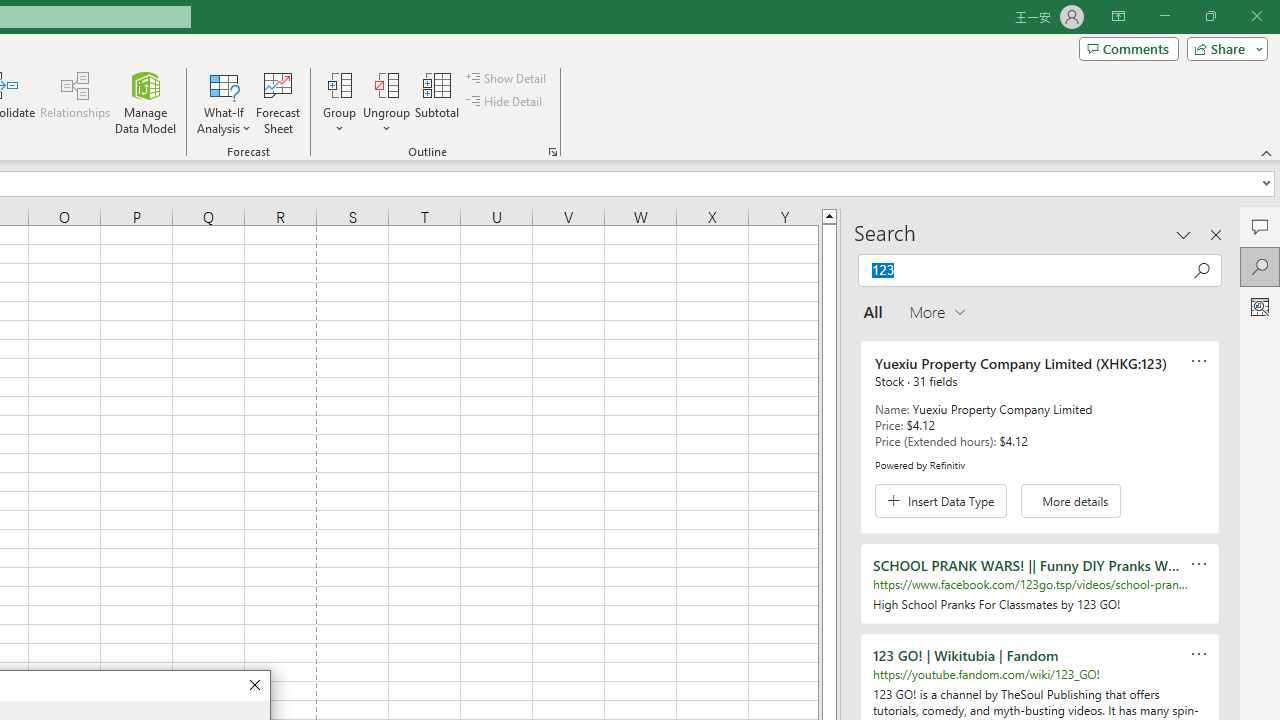 This screenshot has height=720, width=1280. Describe the element at coordinates (505, 101) in the screenshot. I see `'Hide Detail'` at that location.